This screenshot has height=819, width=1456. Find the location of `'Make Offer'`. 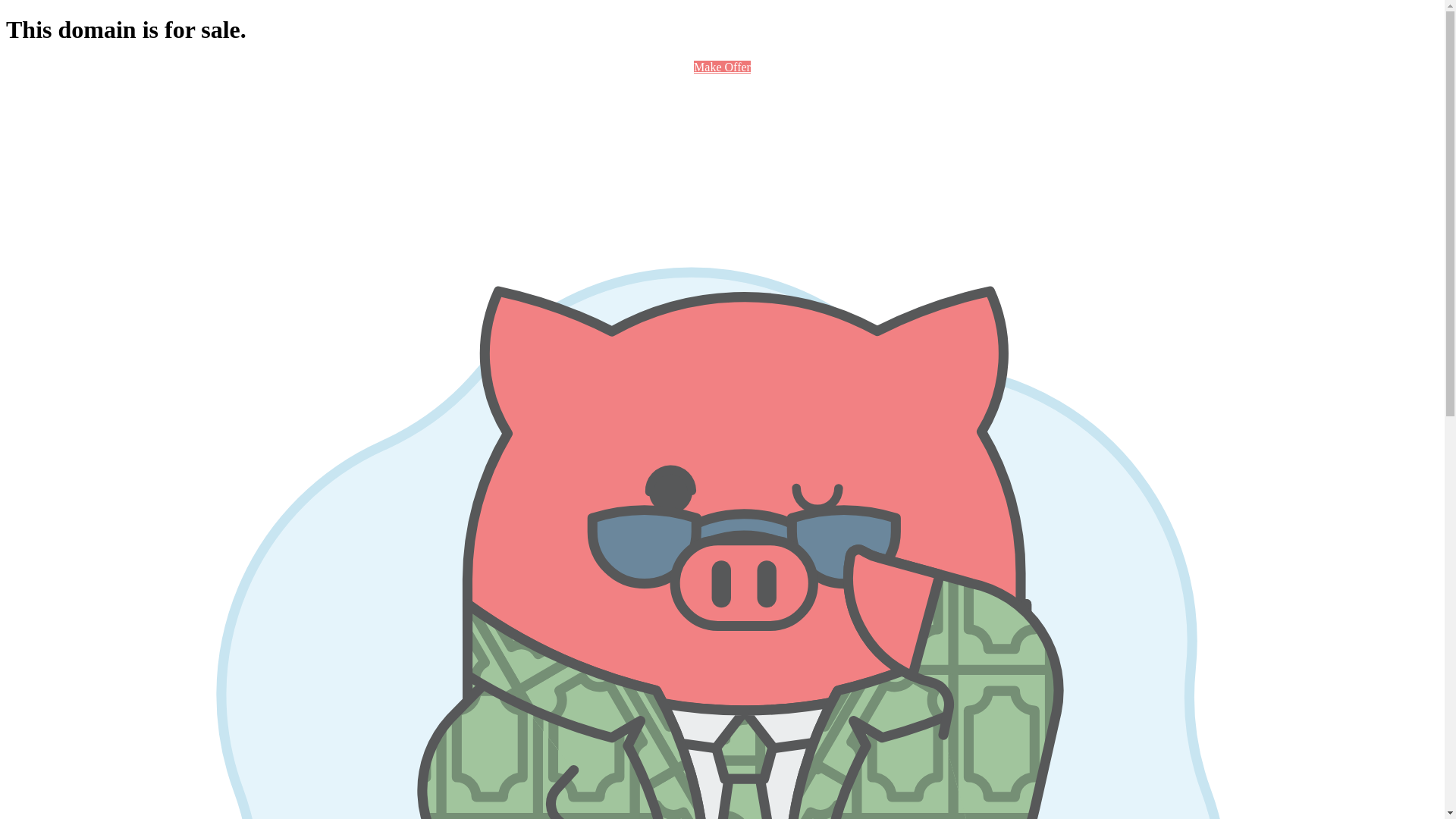

'Make Offer' is located at coordinates (693, 66).